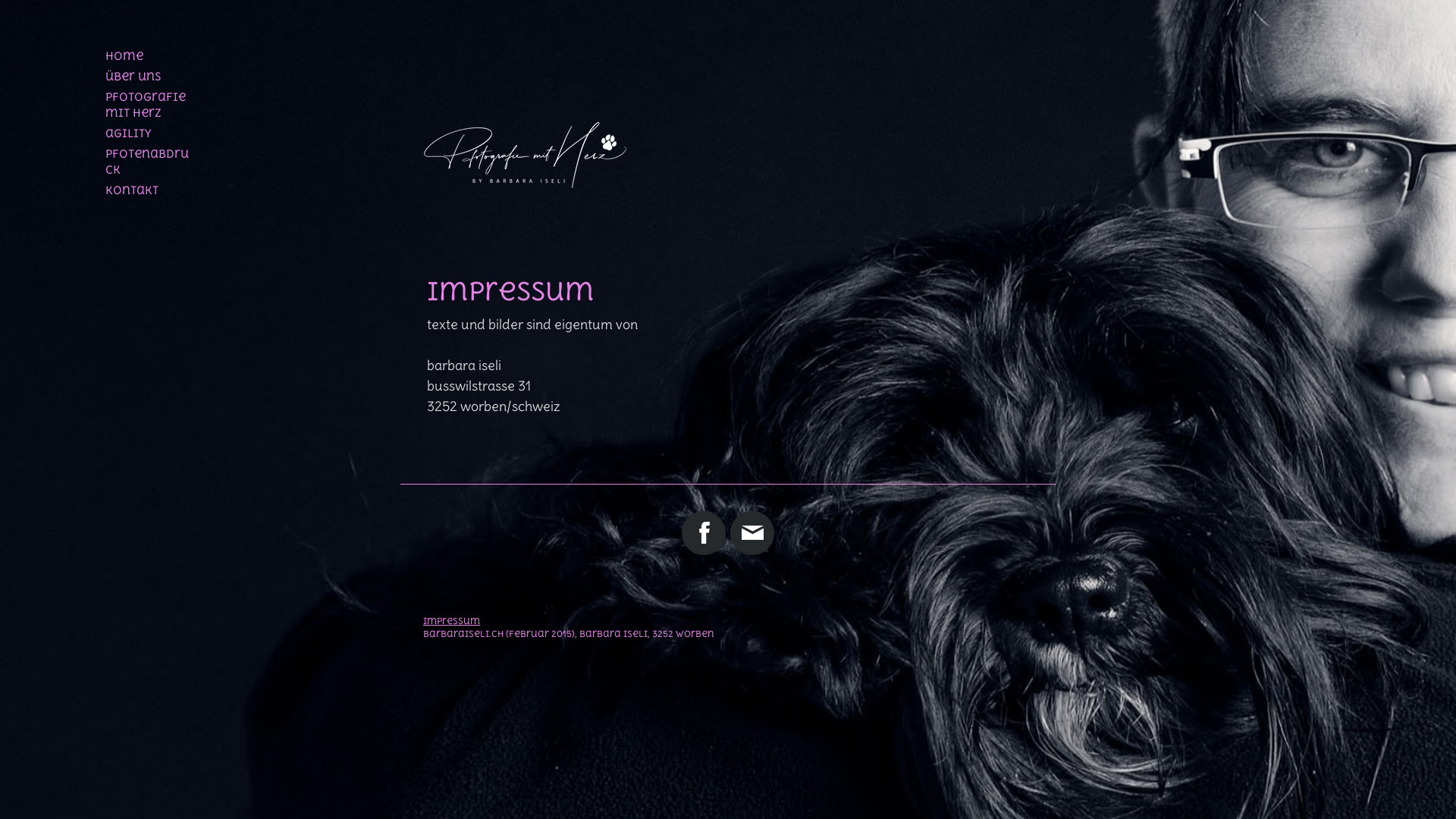  Describe the element at coordinates (89, 55) in the screenshot. I see `'home'` at that location.